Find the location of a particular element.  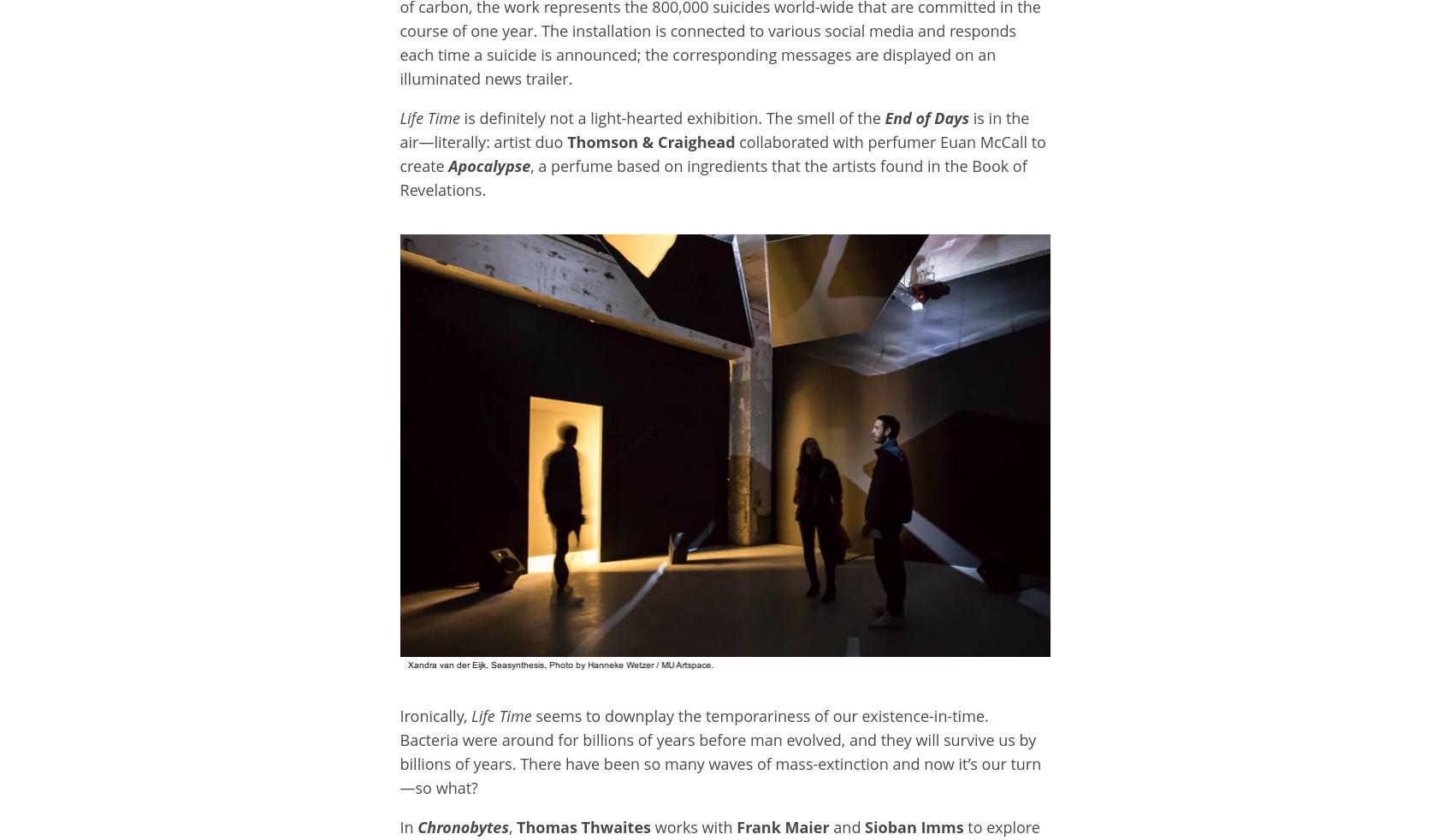

'is definitely not a light-hearted exhibition. The smell of the' is located at coordinates (672, 117).